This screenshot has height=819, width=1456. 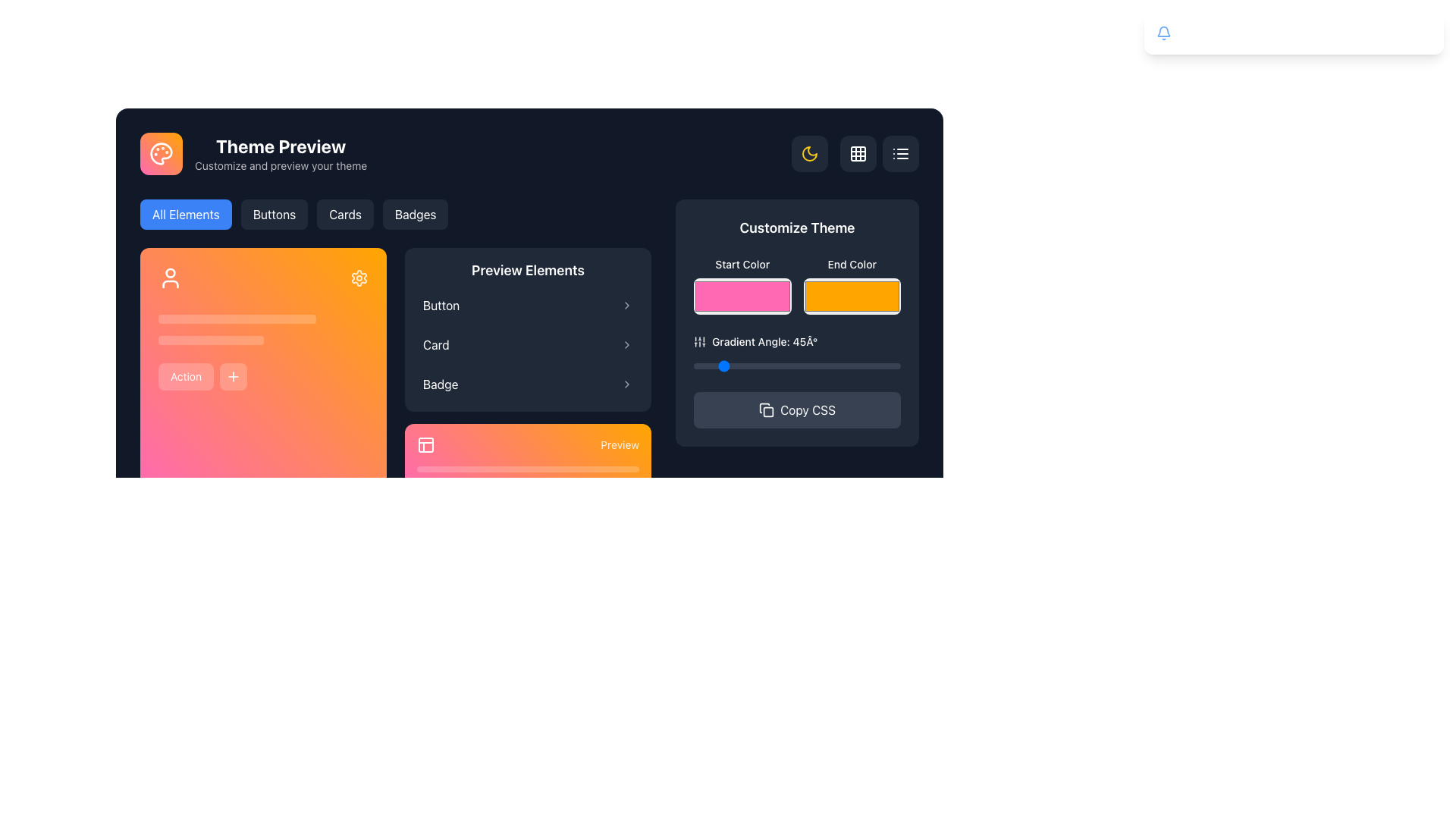 What do you see at coordinates (161, 154) in the screenshot?
I see `the central SVG vector graphic resembling a palette` at bounding box center [161, 154].